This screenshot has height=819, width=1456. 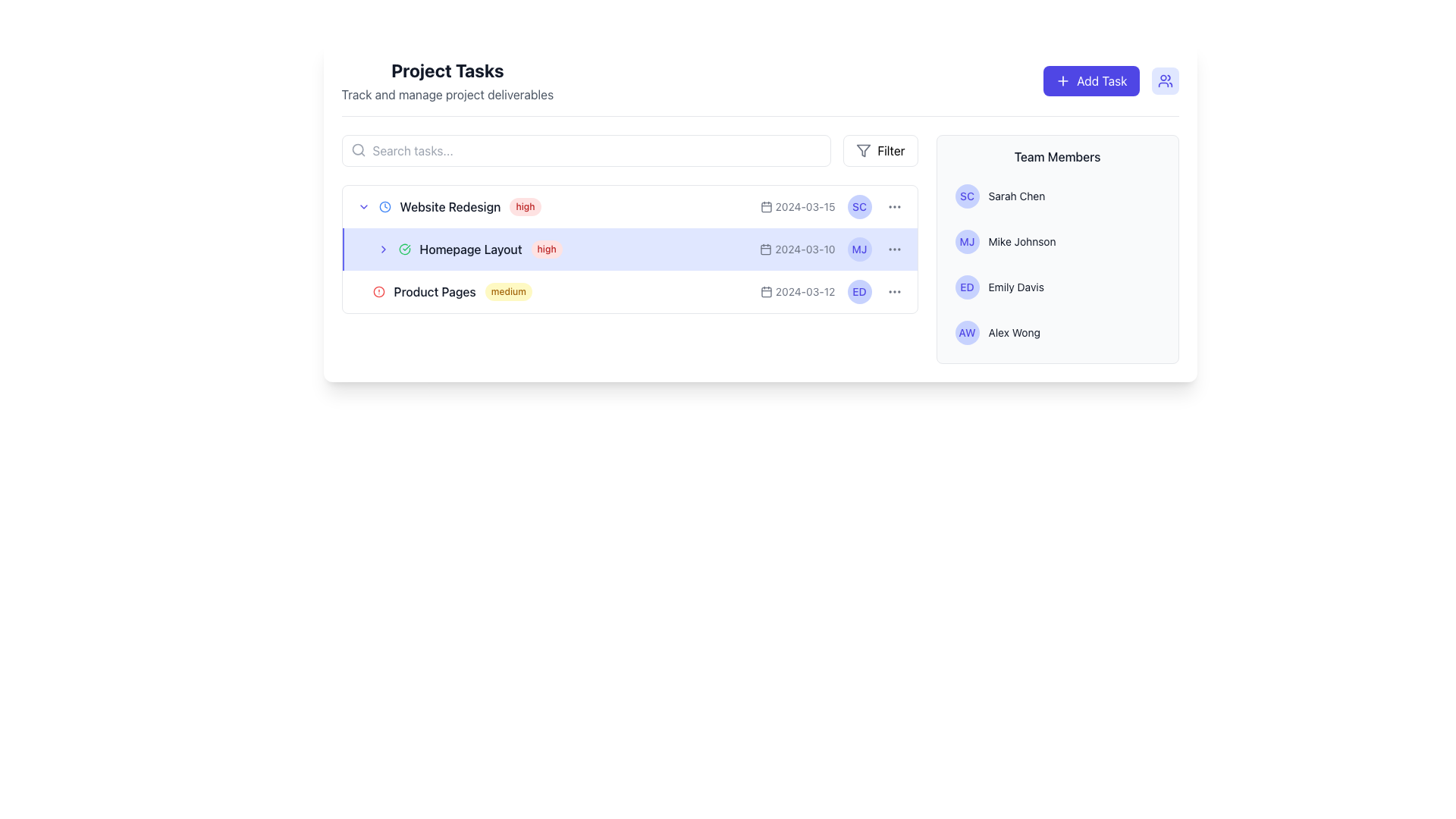 What do you see at coordinates (859, 207) in the screenshot?
I see `the Avatar icon with a light indigo background and 'SC' text in bold indigo color, located in the task row for 'Website Redesign' near the date '2024-03-15'` at bounding box center [859, 207].